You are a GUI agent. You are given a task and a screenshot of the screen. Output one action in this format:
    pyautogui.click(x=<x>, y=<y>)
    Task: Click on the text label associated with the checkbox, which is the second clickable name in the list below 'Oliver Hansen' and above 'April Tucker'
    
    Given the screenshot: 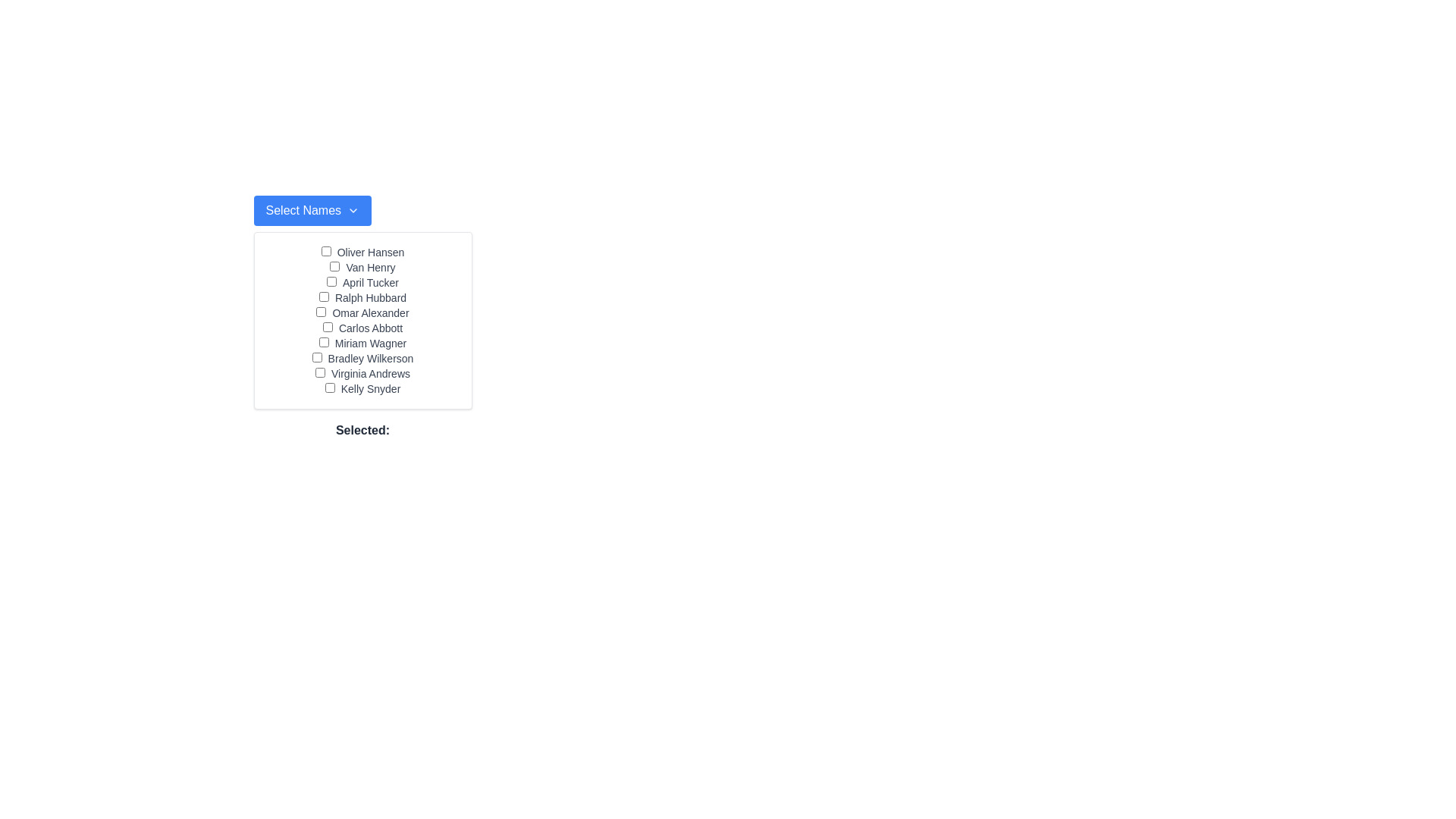 What is the action you would take?
    pyautogui.click(x=362, y=267)
    